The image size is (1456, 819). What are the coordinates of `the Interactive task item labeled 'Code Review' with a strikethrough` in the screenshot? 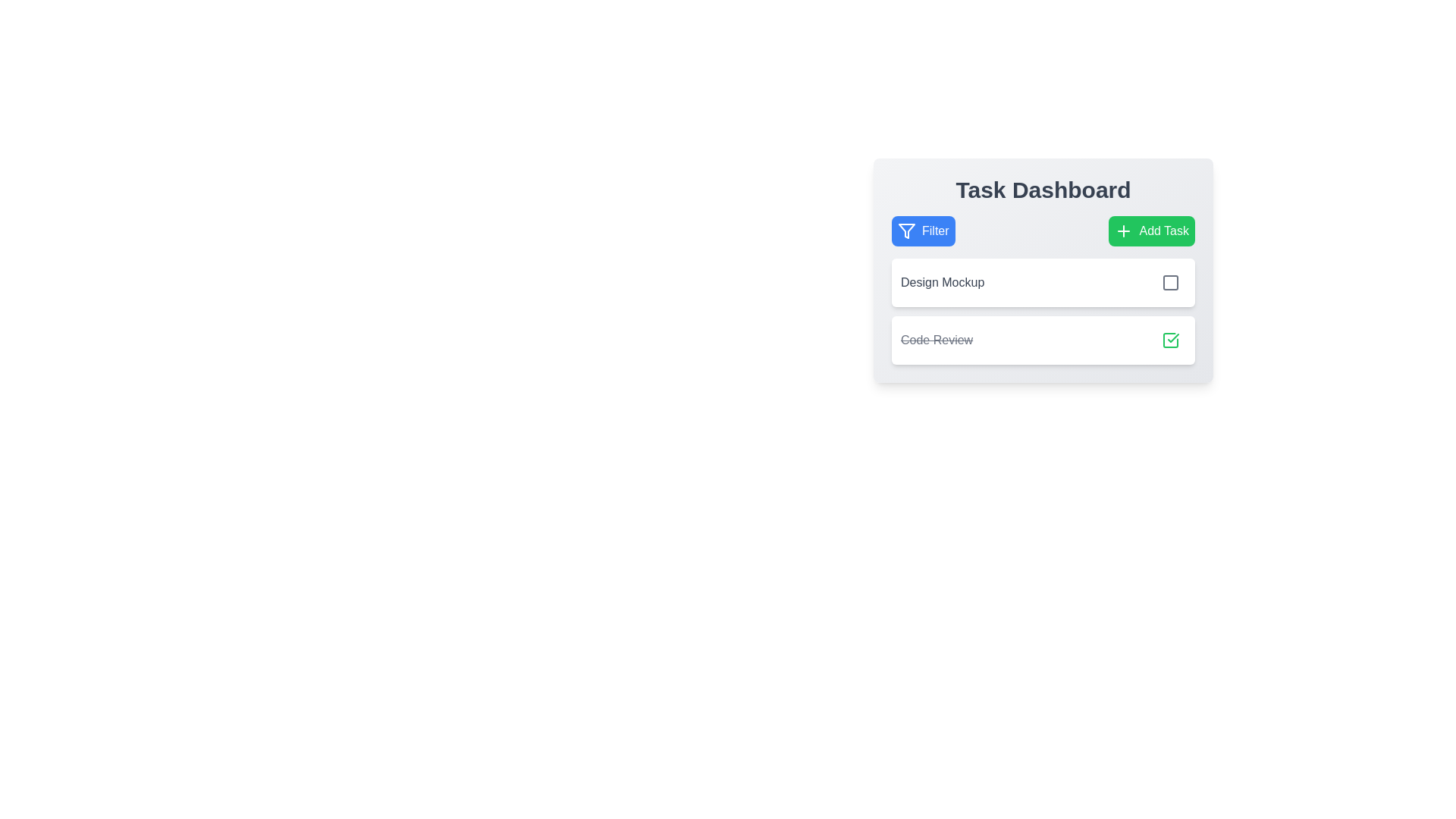 It's located at (1043, 339).